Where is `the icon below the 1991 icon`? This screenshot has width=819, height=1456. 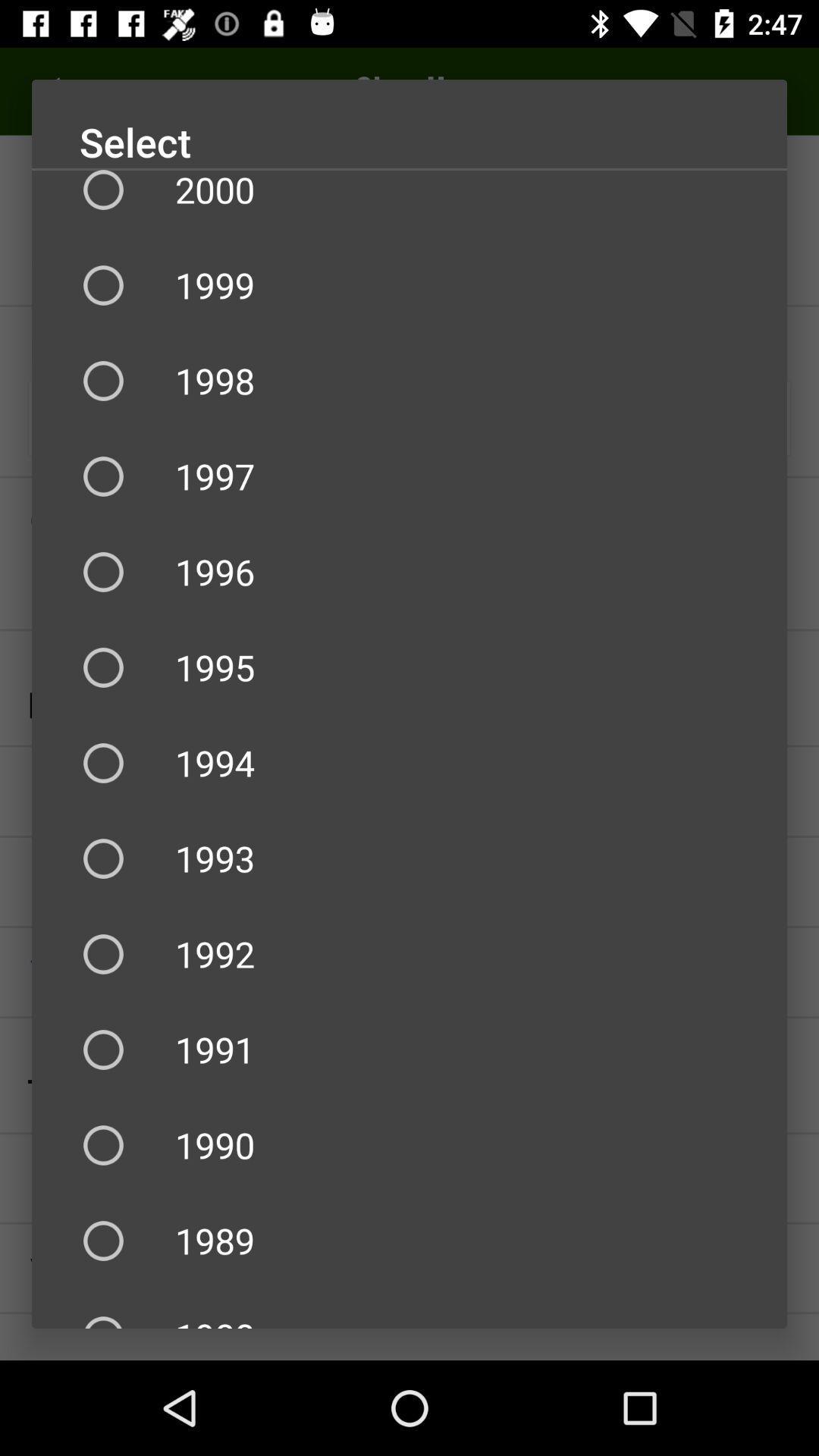 the icon below the 1991 icon is located at coordinates (409, 1145).